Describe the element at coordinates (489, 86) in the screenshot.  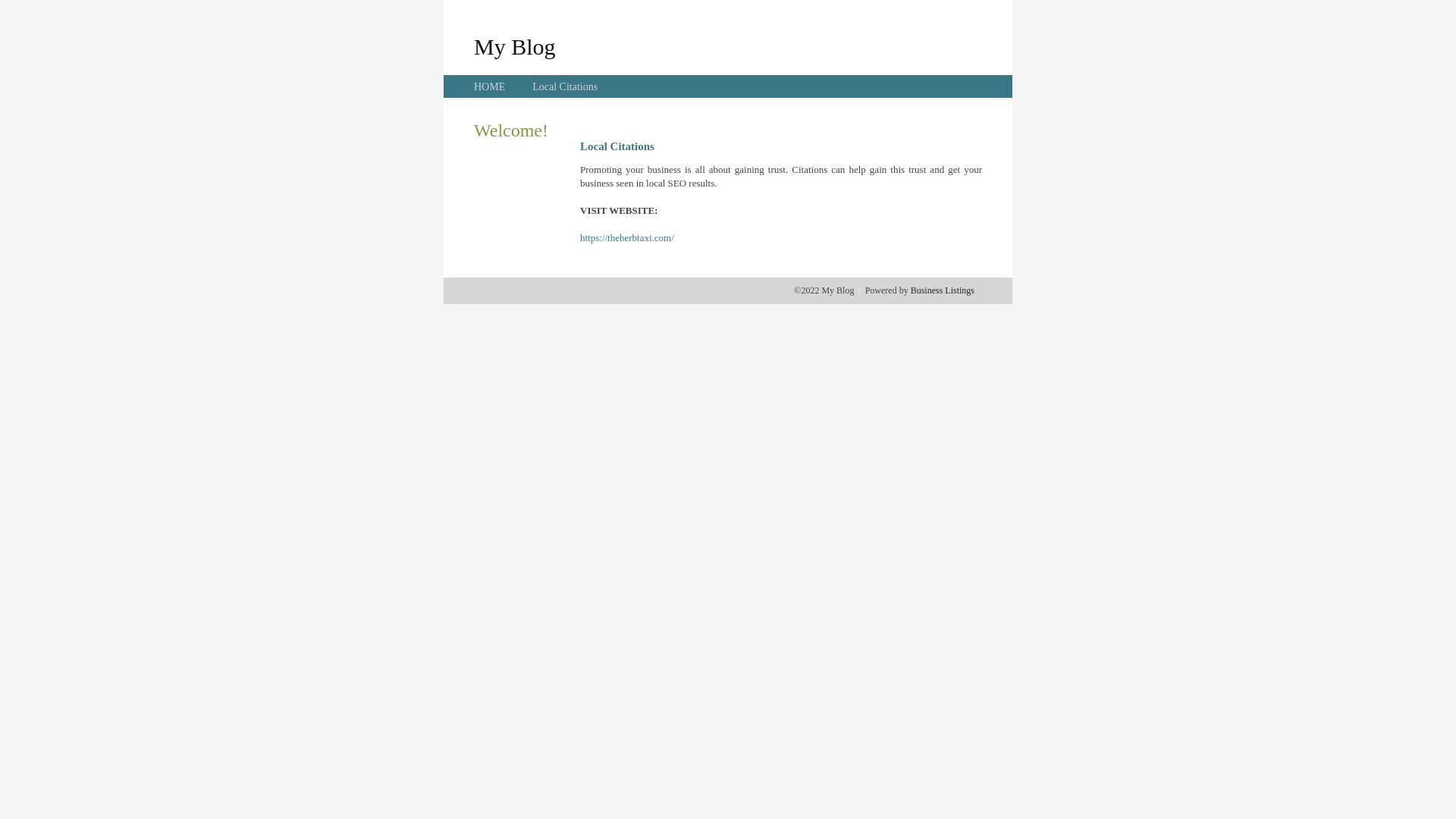
I see `'HOME'` at that location.